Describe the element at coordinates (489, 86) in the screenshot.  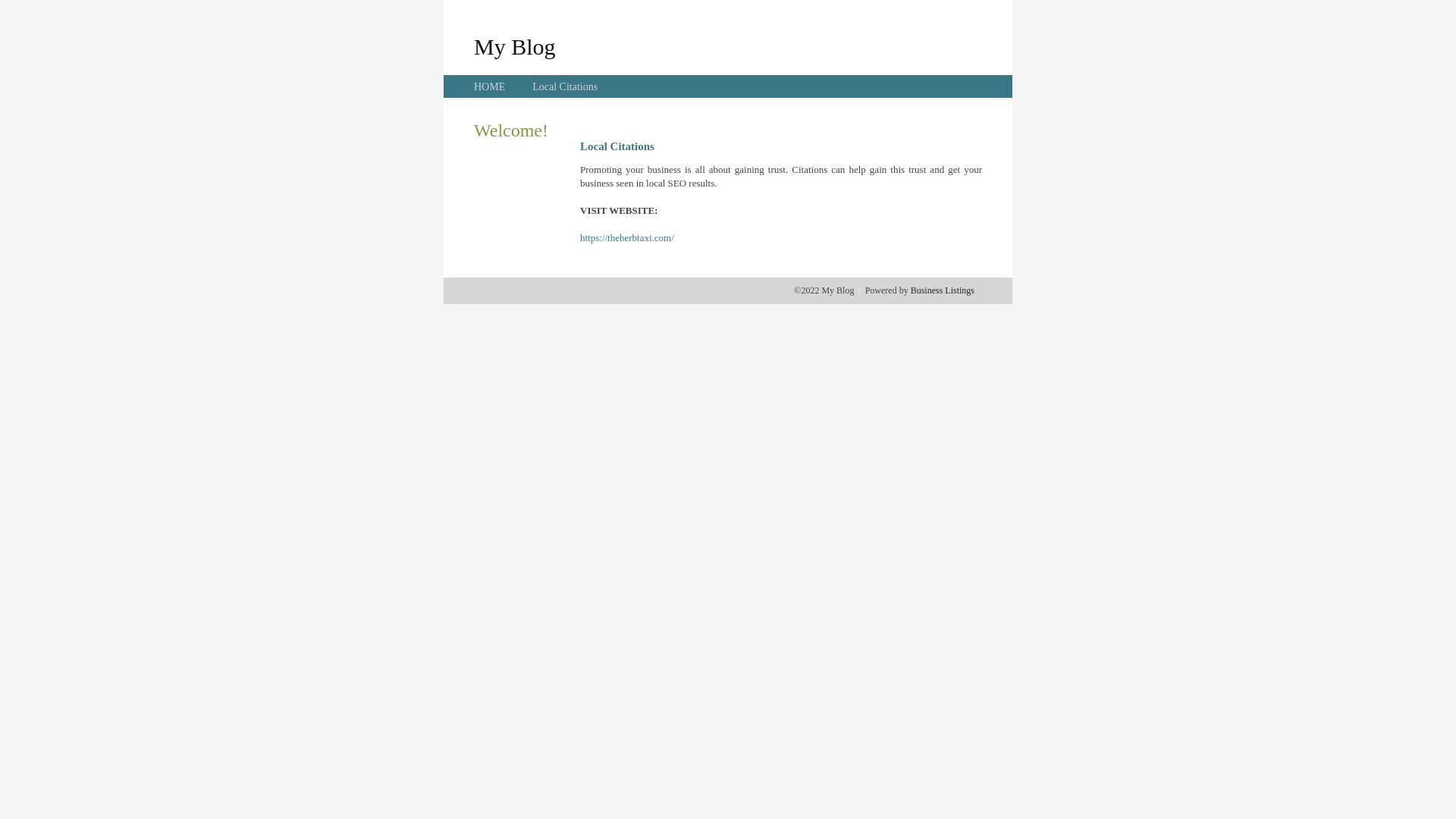
I see `'HOME'` at that location.